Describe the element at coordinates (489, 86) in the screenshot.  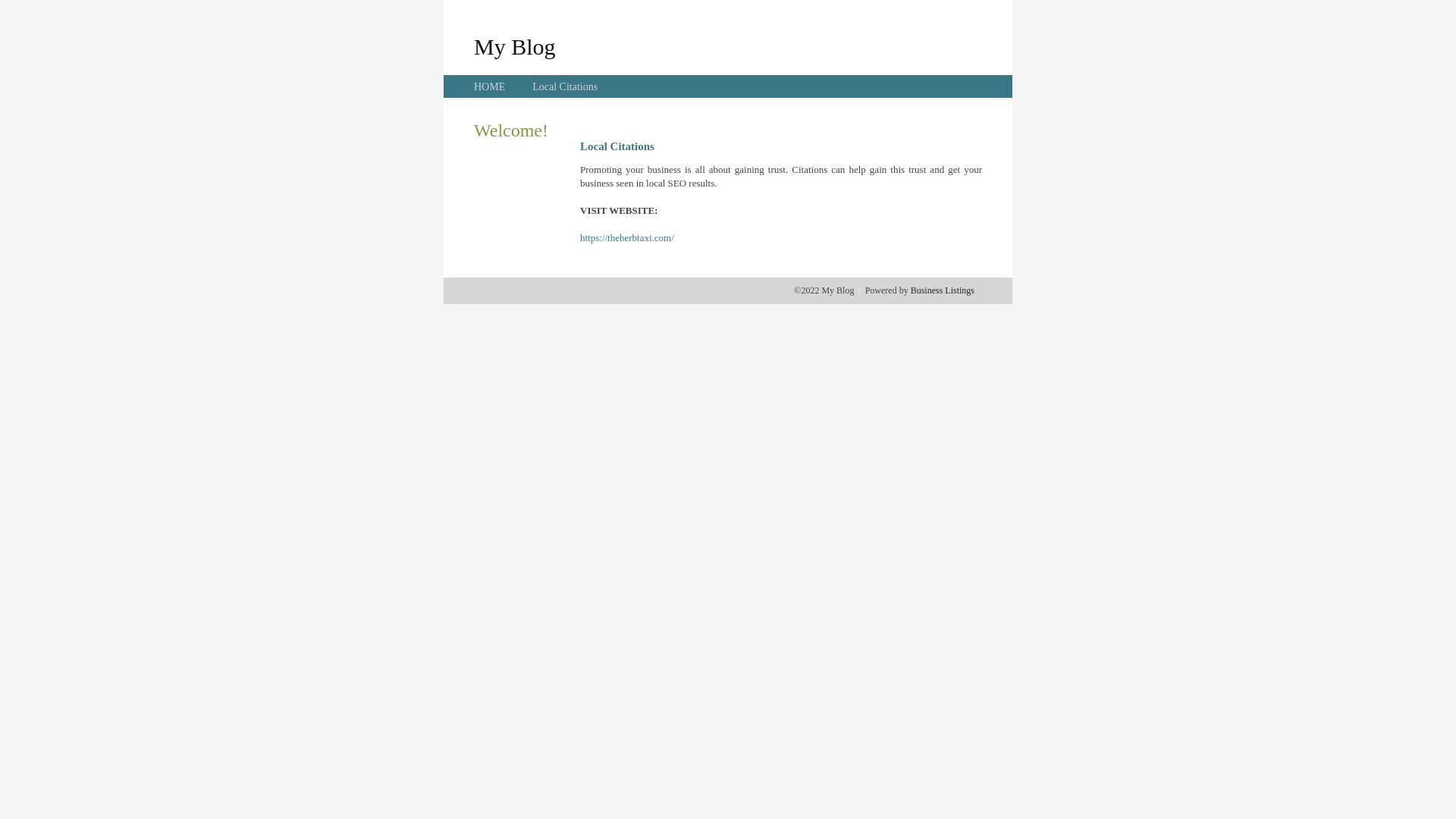
I see `'HOME'` at that location.